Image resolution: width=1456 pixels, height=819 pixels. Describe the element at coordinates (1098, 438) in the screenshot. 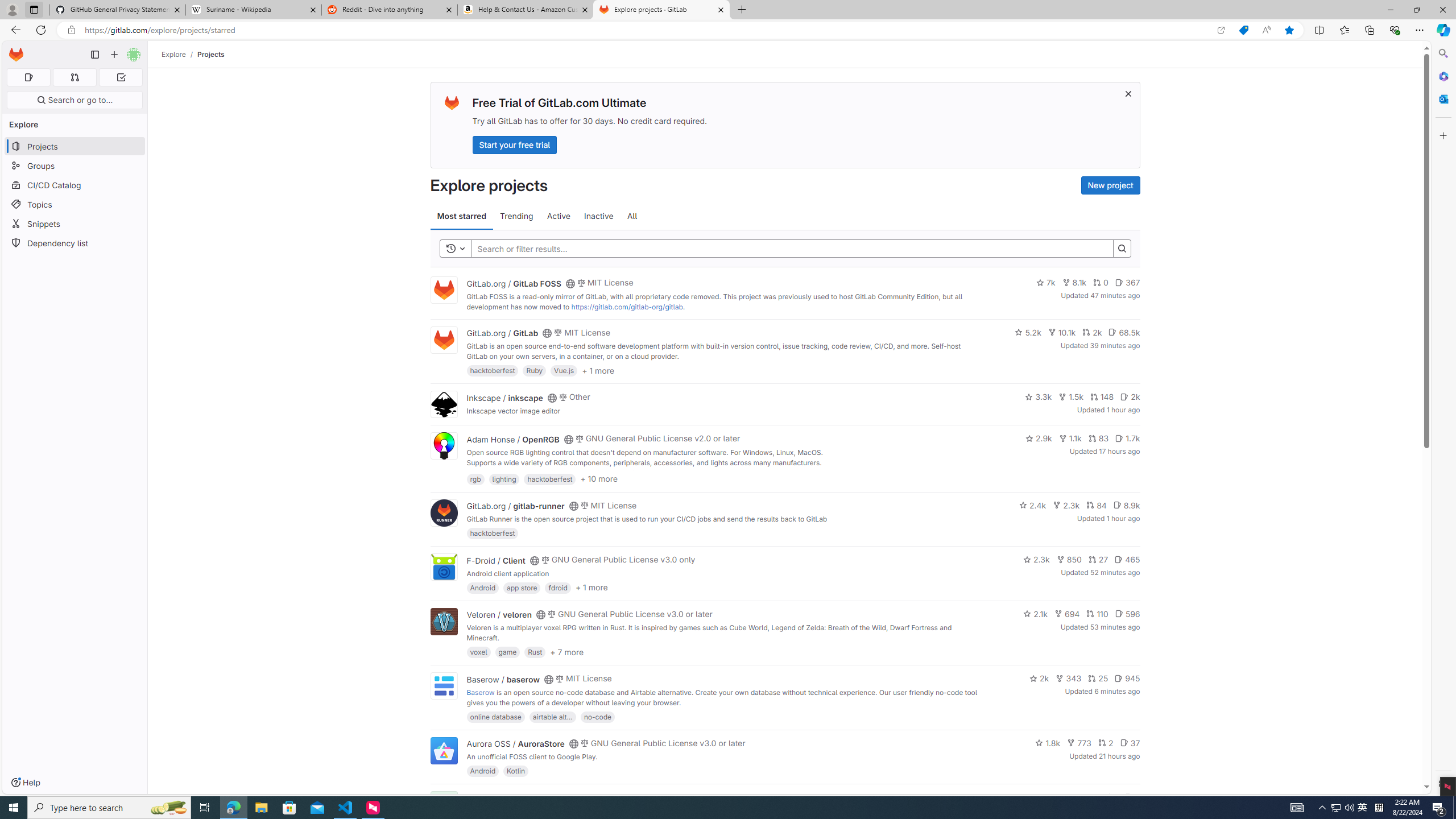

I see `'83'` at that location.